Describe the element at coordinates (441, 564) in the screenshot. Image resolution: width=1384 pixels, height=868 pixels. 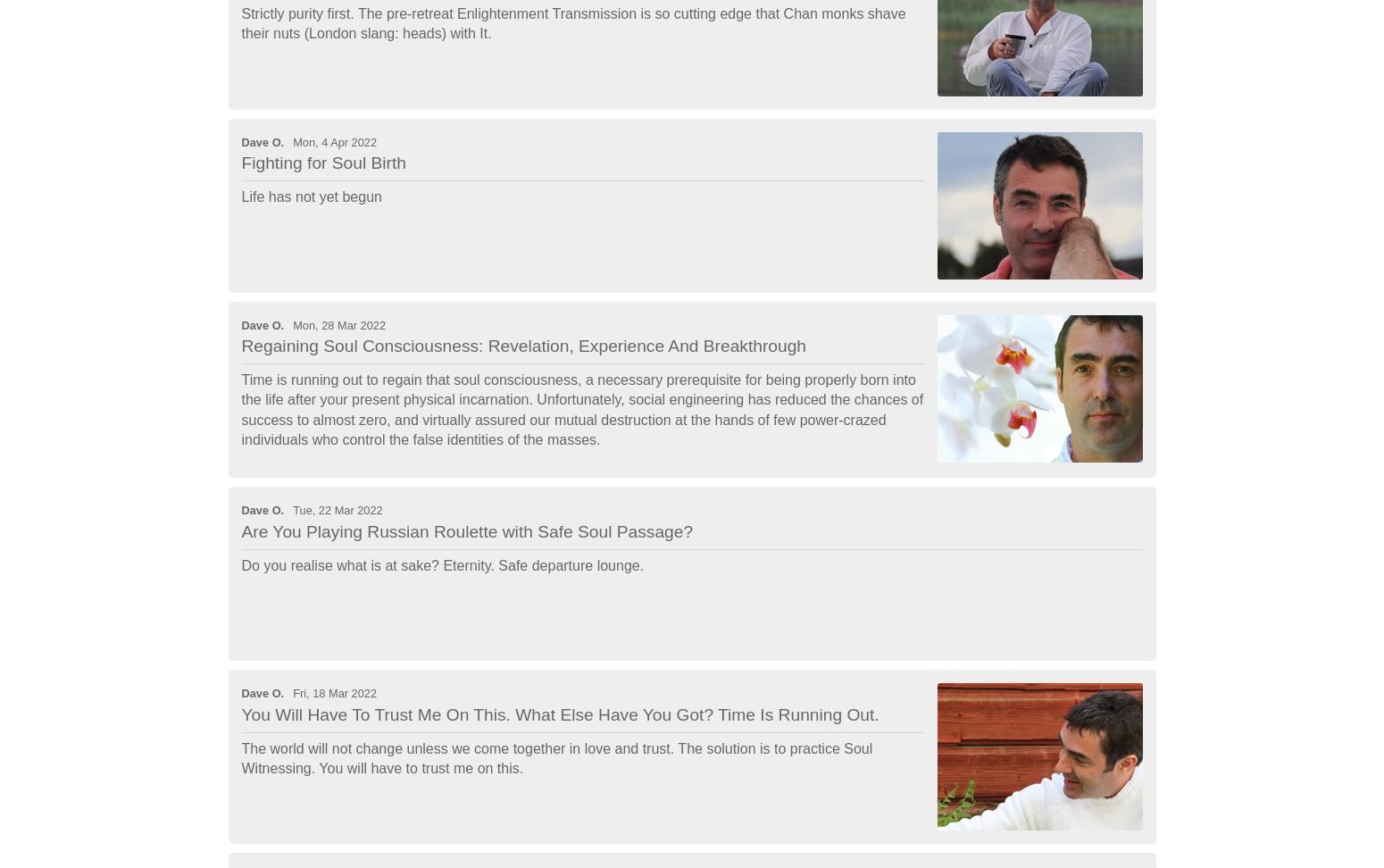
I see `'Do you realise what is at sake? Eternity. Safe departure lounge.'` at that location.